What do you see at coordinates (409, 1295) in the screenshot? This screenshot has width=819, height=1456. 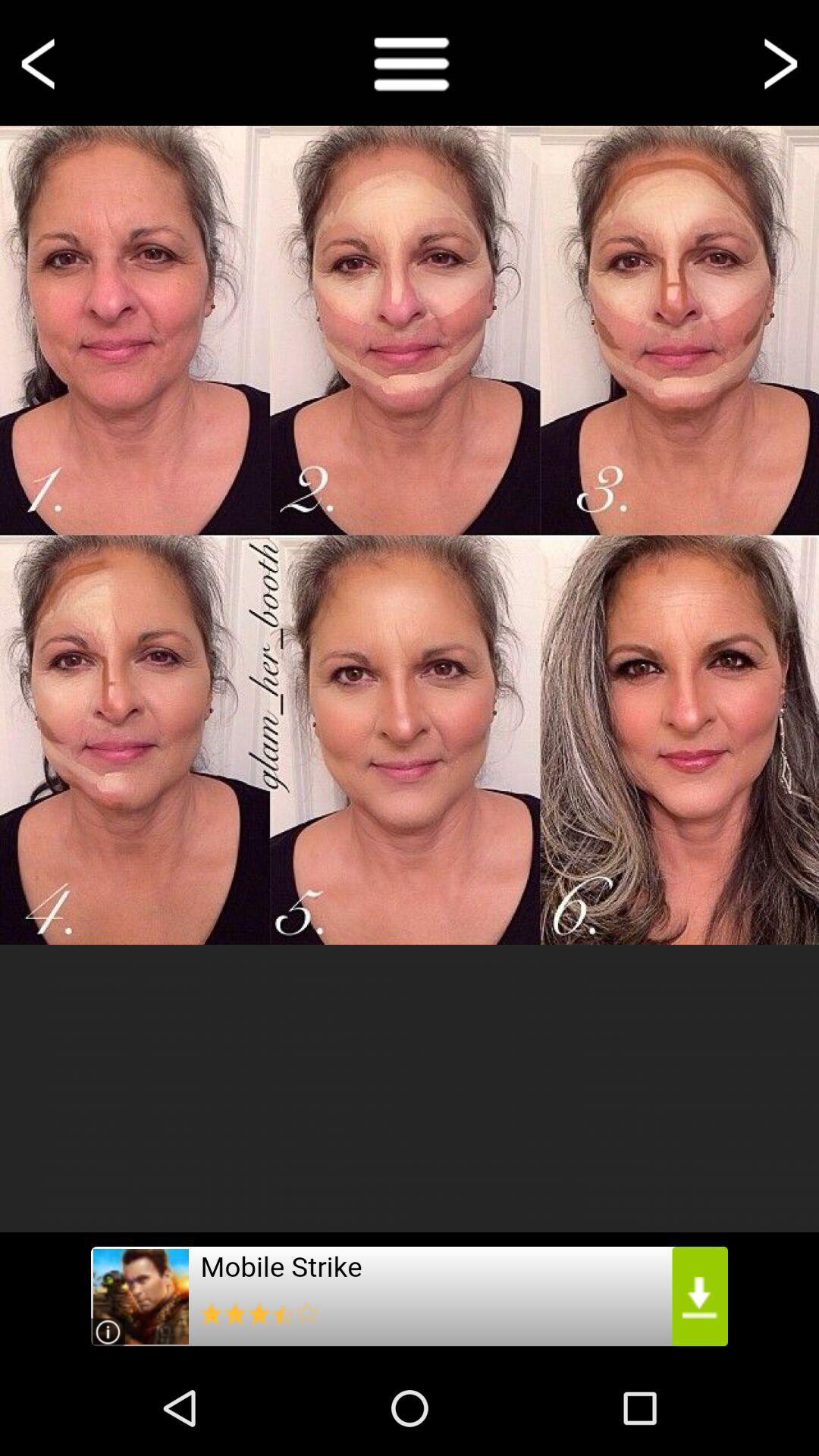 I see `click on advertisement banner` at bounding box center [409, 1295].